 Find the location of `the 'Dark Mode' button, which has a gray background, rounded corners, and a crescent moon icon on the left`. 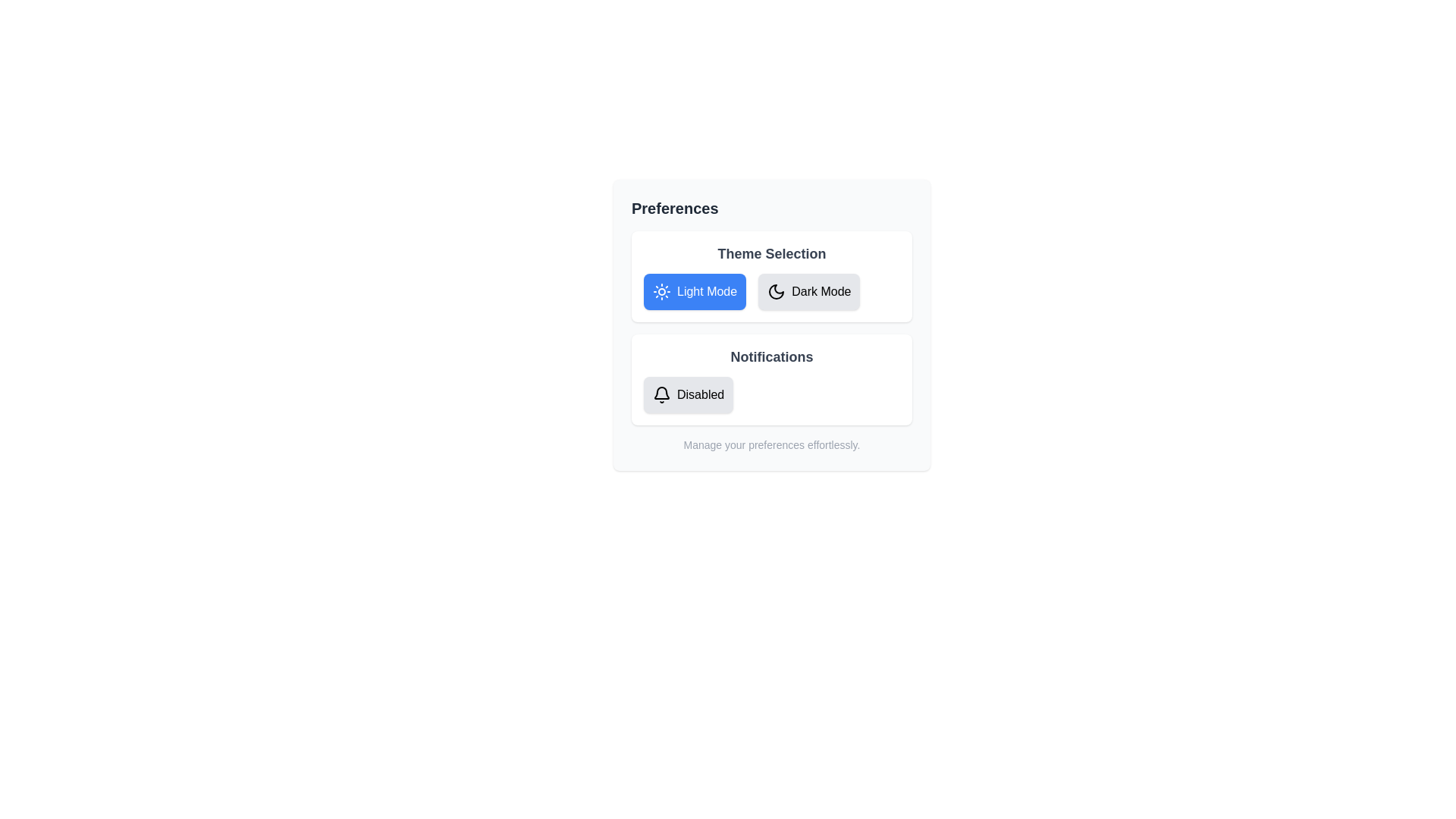

the 'Dark Mode' button, which has a gray background, rounded corners, and a crescent moon icon on the left is located at coordinates (808, 292).